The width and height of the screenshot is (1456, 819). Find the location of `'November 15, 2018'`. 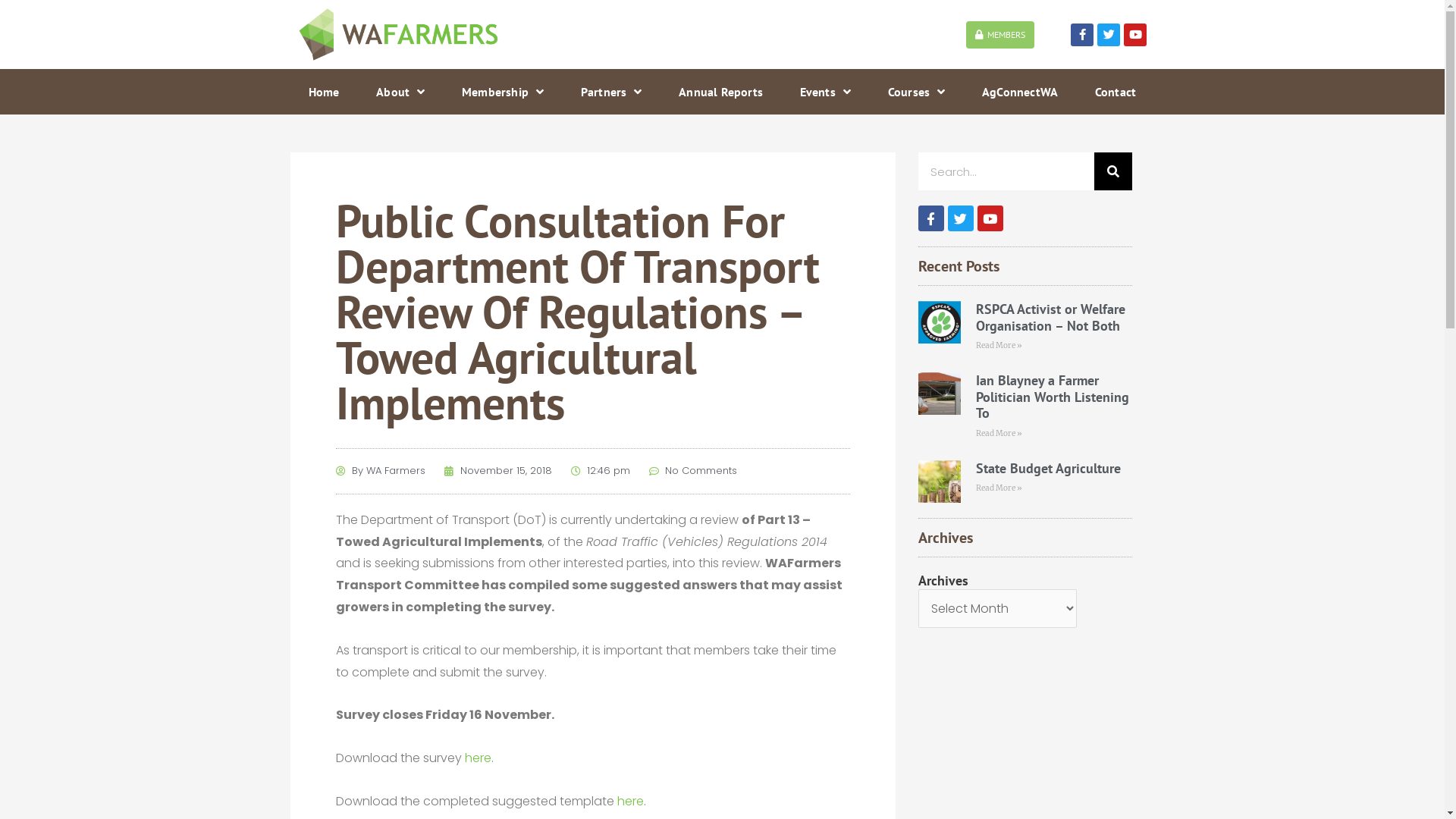

'November 15, 2018' is located at coordinates (498, 470).